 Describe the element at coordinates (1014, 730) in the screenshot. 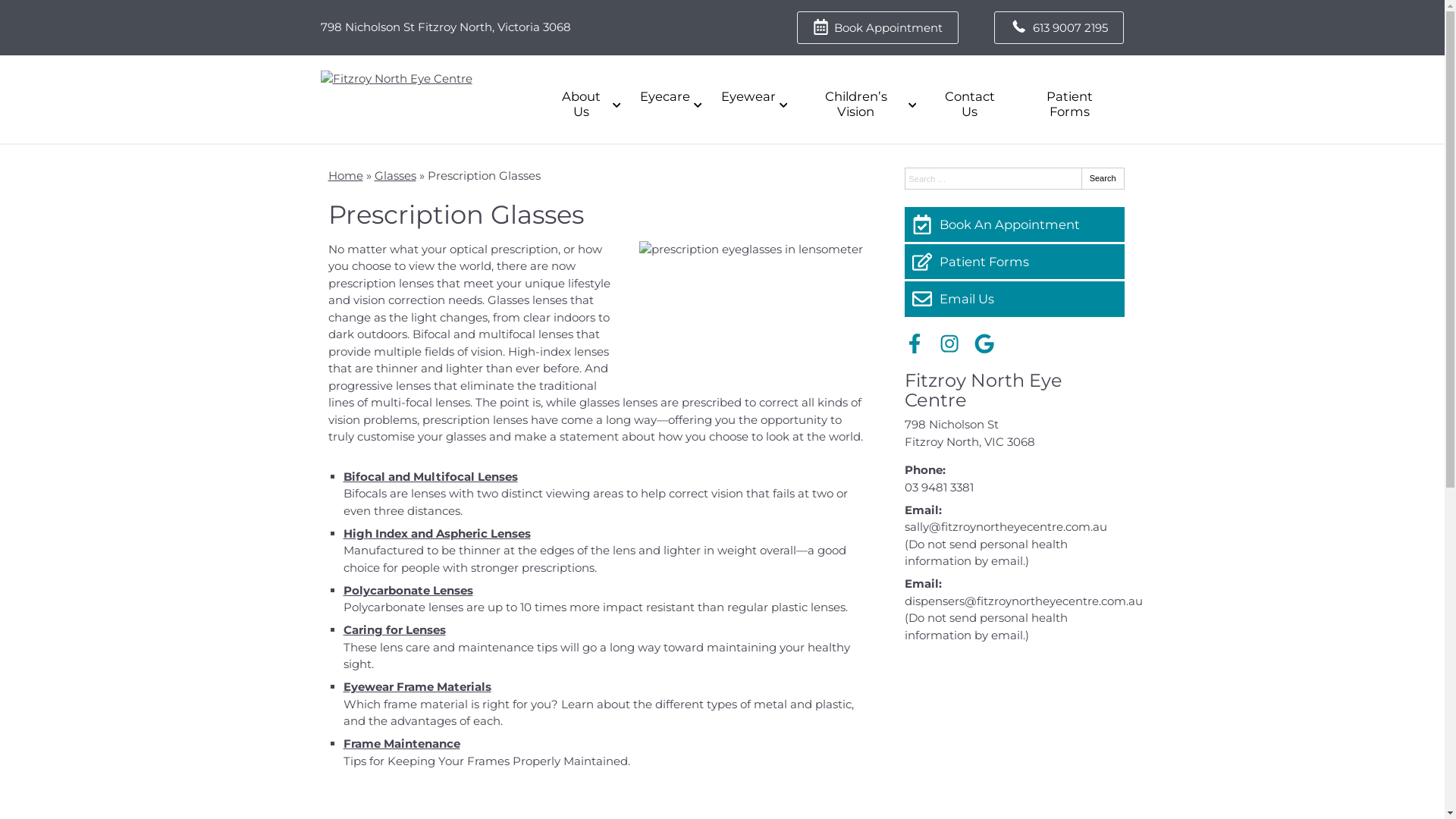

I see `'Google map'` at that location.